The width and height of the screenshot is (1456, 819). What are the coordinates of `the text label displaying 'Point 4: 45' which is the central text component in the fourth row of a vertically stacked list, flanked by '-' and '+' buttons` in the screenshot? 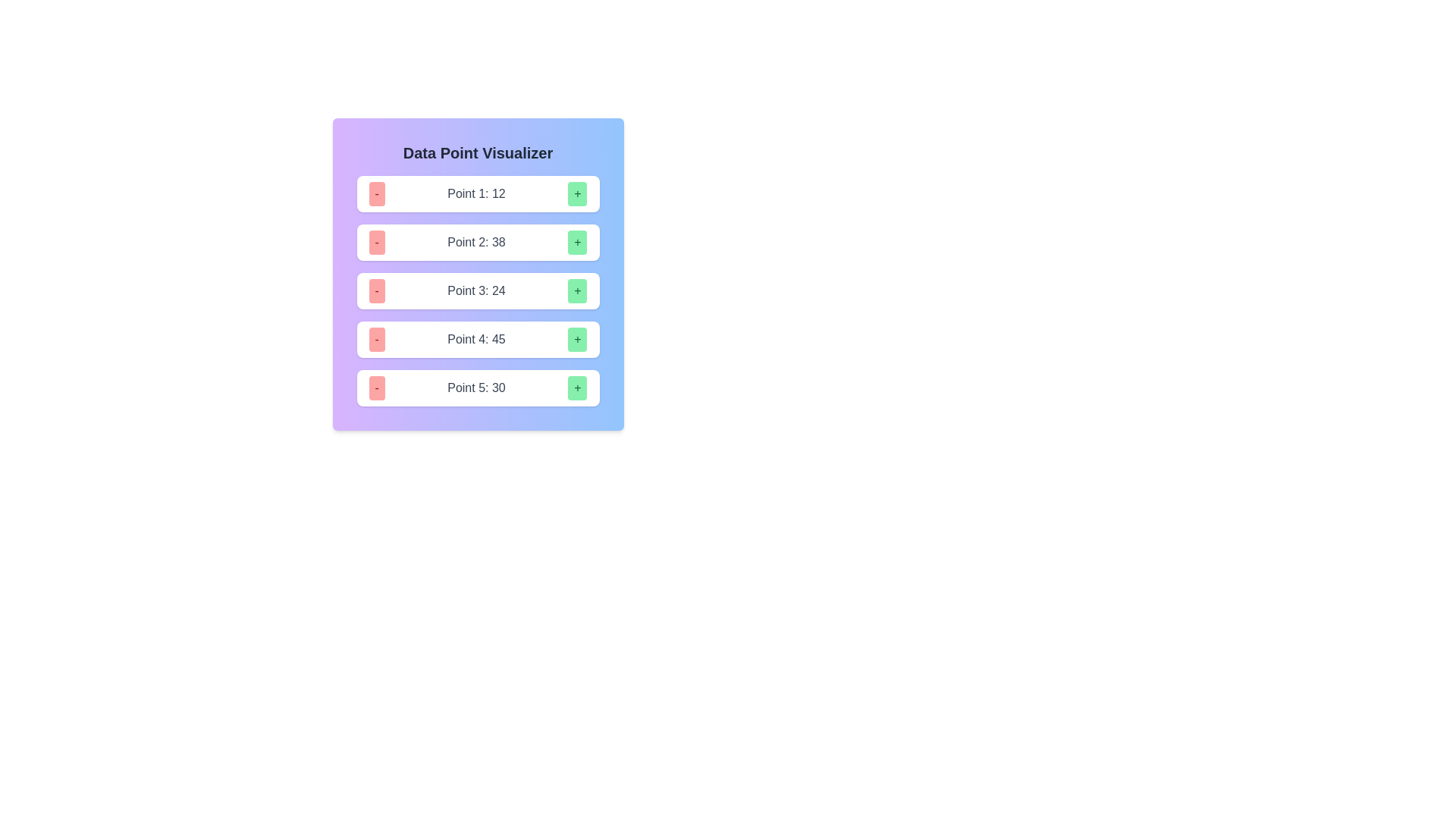 It's located at (475, 338).